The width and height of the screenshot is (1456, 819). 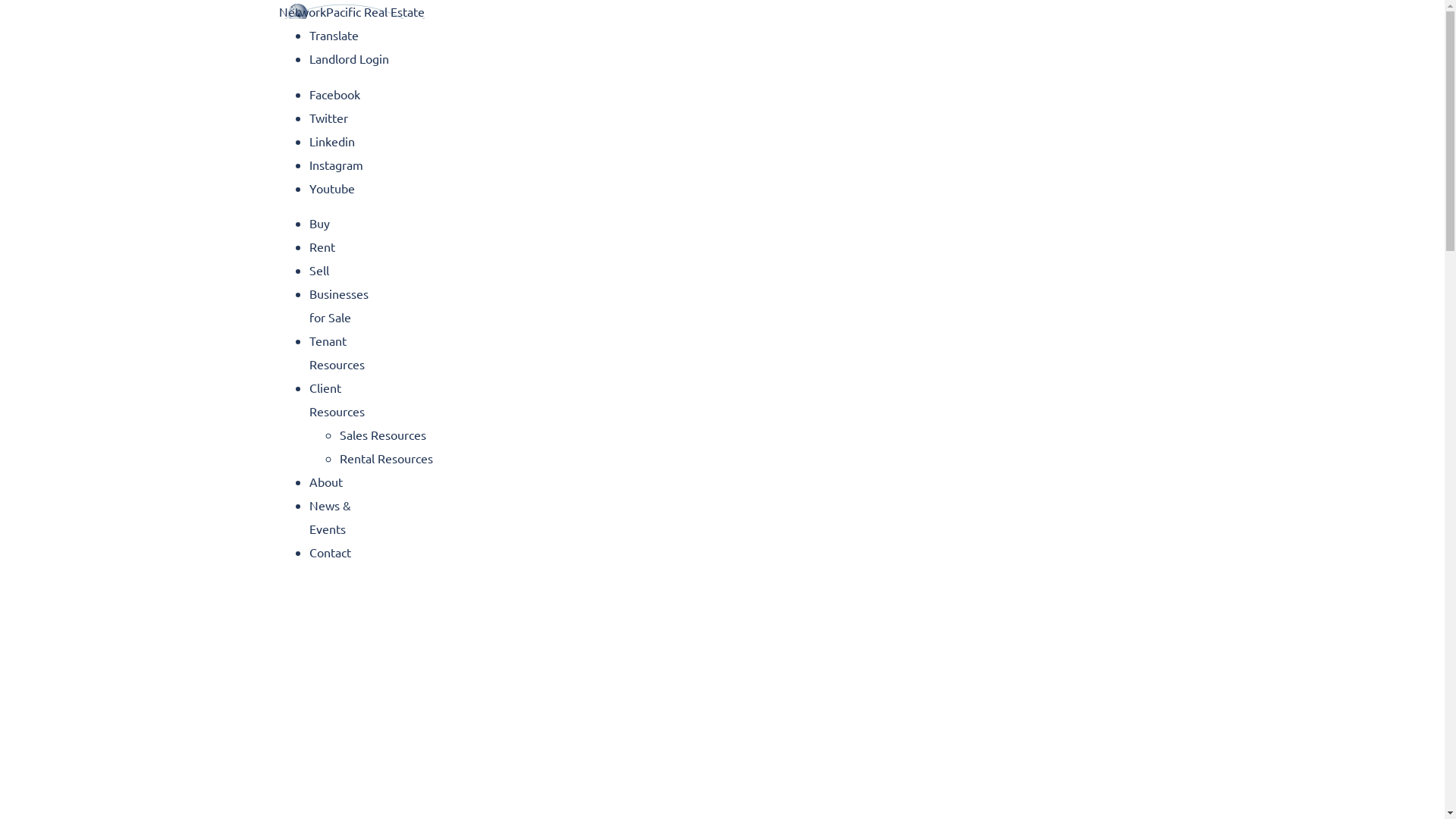 I want to click on 'Instagram', so click(x=335, y=164).